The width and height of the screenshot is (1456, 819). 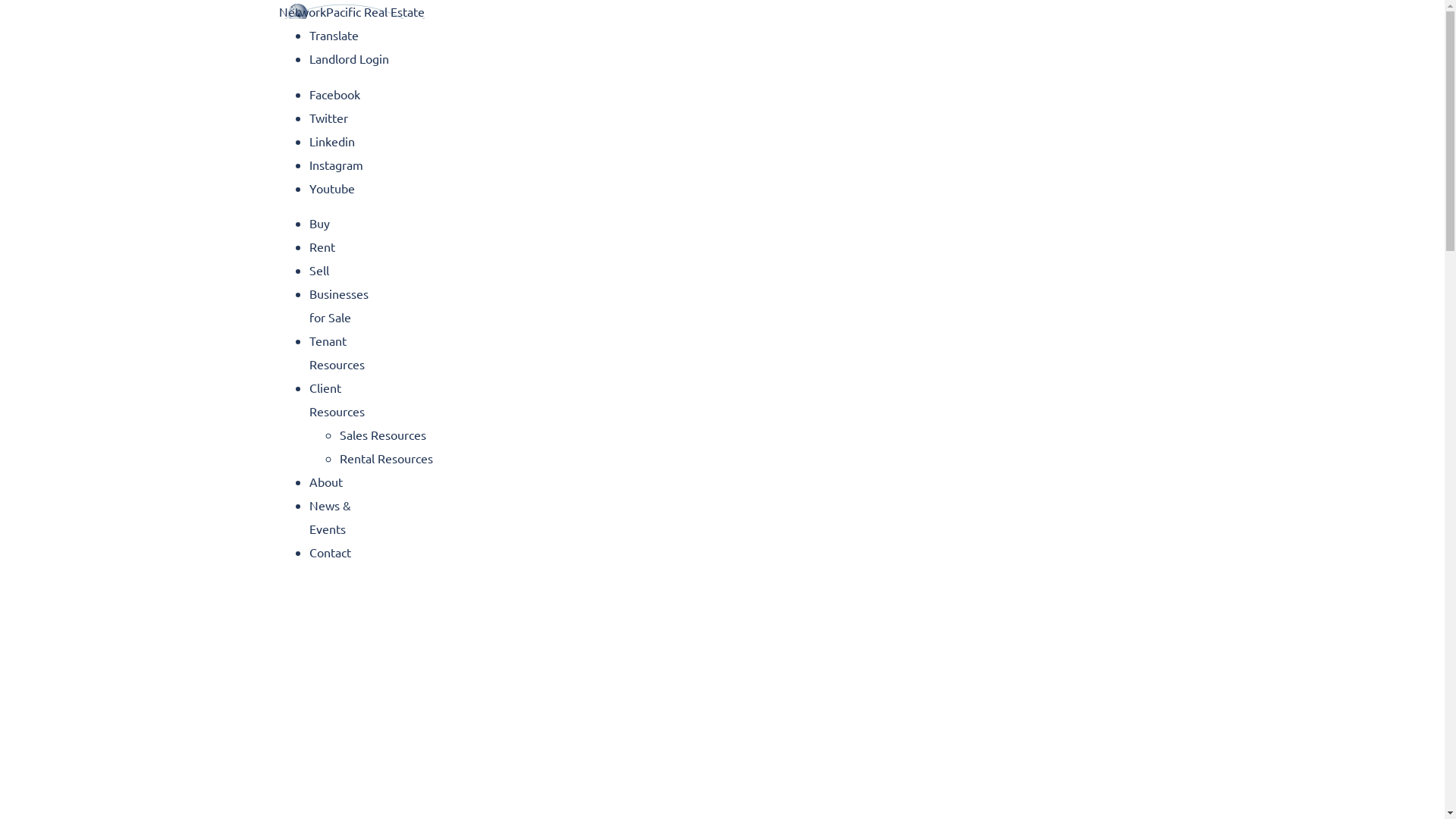 I want to click on 'Instagram', so click(x=335, y=164).